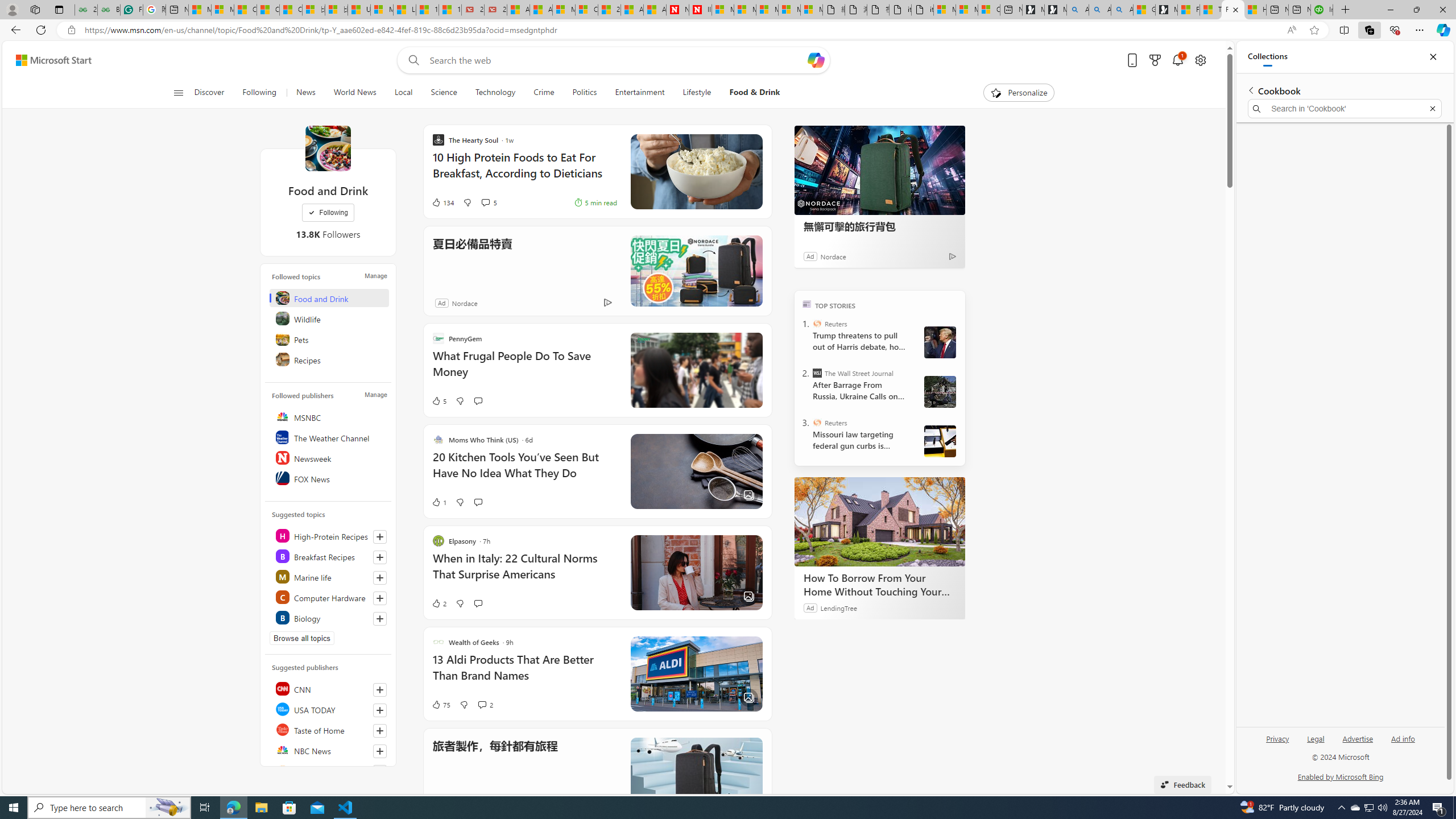 This screenshot has width=1456, height=819. Describe the element at coordinates (806, 303) in the screenshot. I see `'TOP'` at that location.